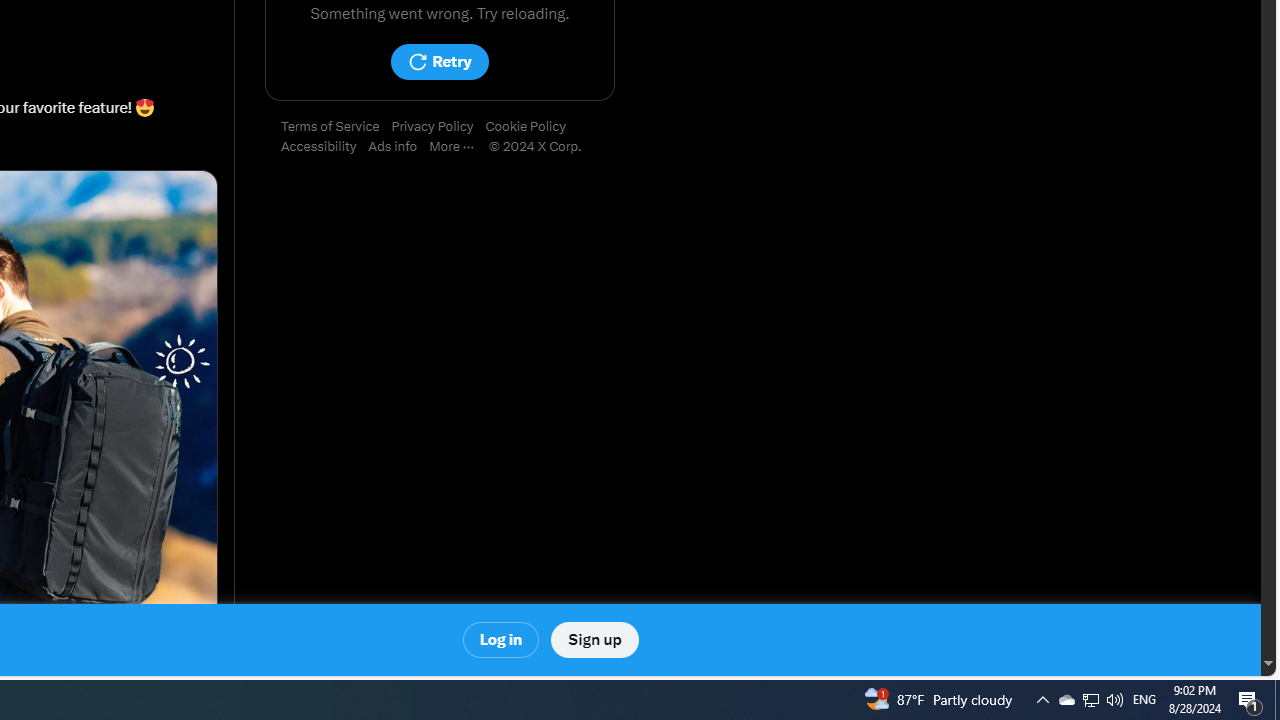 This screenshot has width=1280, height=720. I want to click on 'Privacy Policy', so click(437, 127).